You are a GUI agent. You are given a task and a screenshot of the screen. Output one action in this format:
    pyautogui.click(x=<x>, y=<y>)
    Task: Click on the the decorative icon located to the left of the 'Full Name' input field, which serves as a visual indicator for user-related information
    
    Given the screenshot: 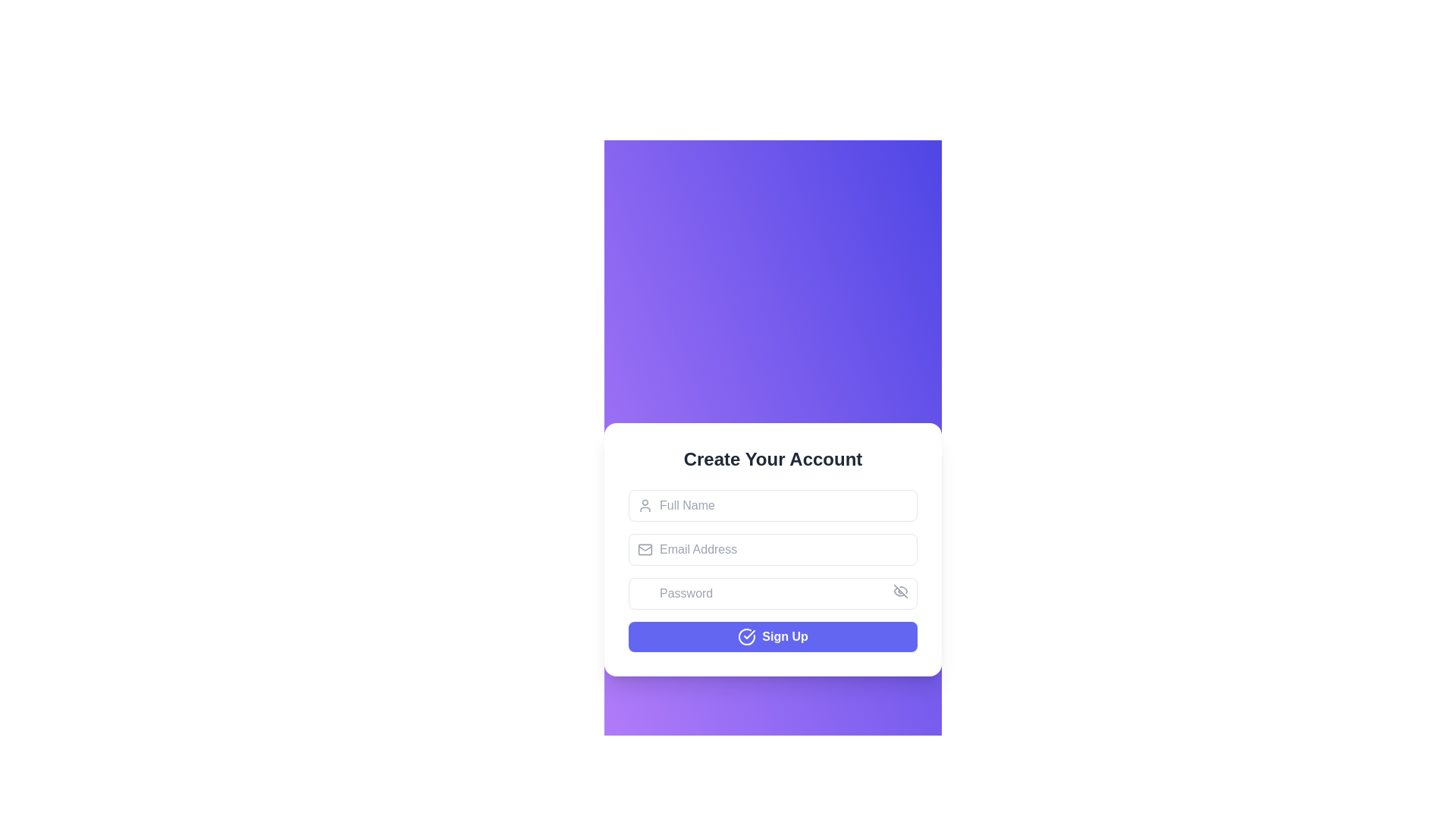 What is the action you would take?
    pyautogui.click(x=645, y=505)
    